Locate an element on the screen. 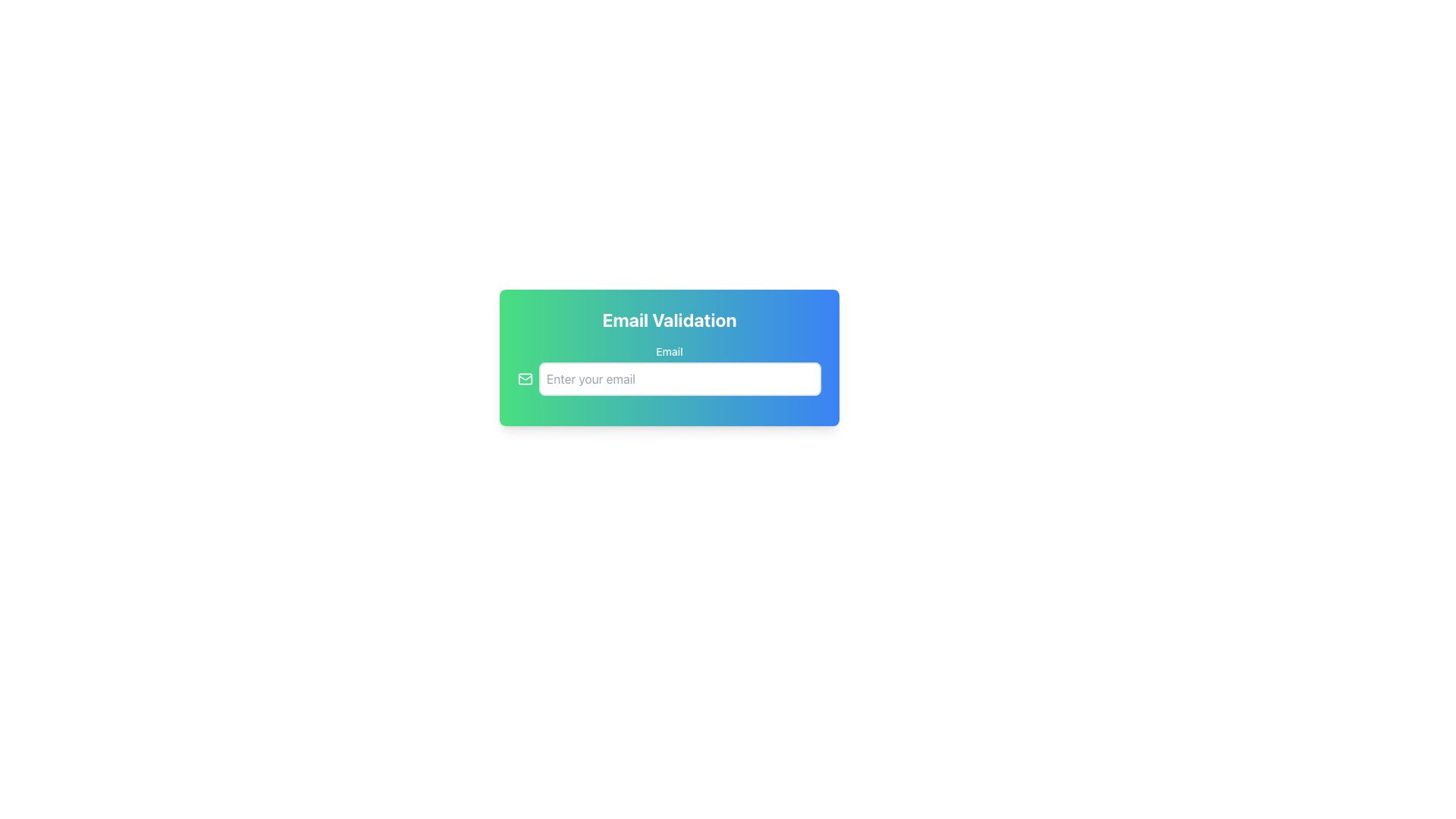 The image size is (1456, 819). the email input field icon, which is located to the left of the email address input field, to enhance user recognition is located at coordinates (525, 378).